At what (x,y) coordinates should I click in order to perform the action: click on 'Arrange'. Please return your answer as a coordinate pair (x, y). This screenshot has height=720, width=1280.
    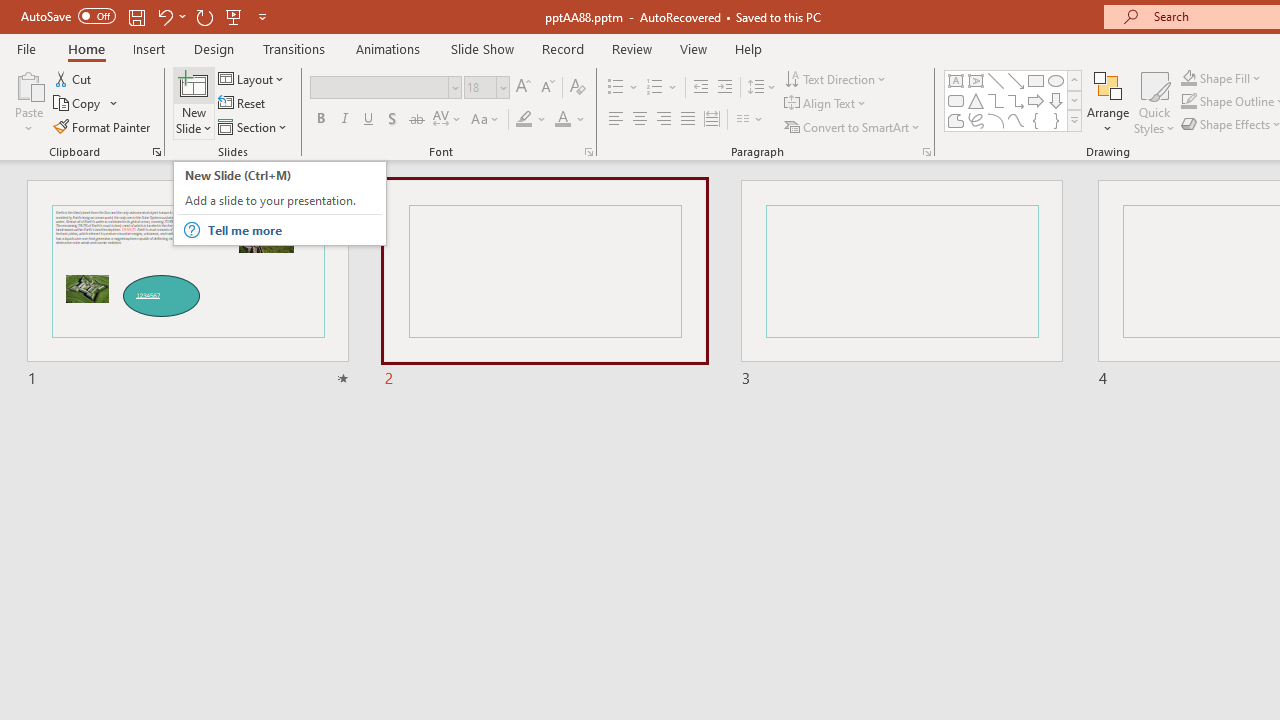
    Looking at the image, I should click on (1107, 103).